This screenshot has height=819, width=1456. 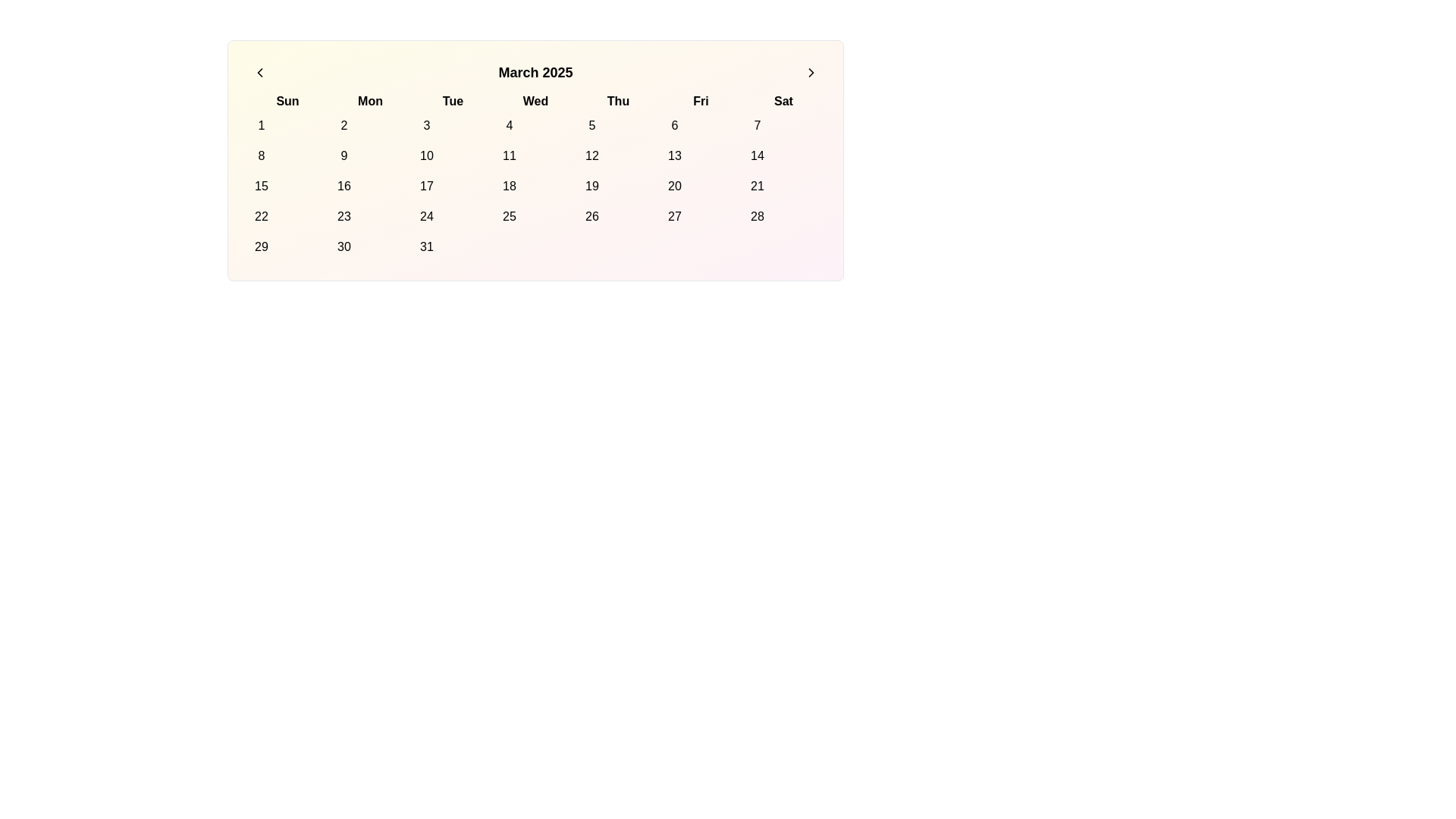 What do you see at coordinates (673, 155) in the screenshot?
I see `the button representing the date '13' in the March 2025 calendar` at bounding box center [673, 155].